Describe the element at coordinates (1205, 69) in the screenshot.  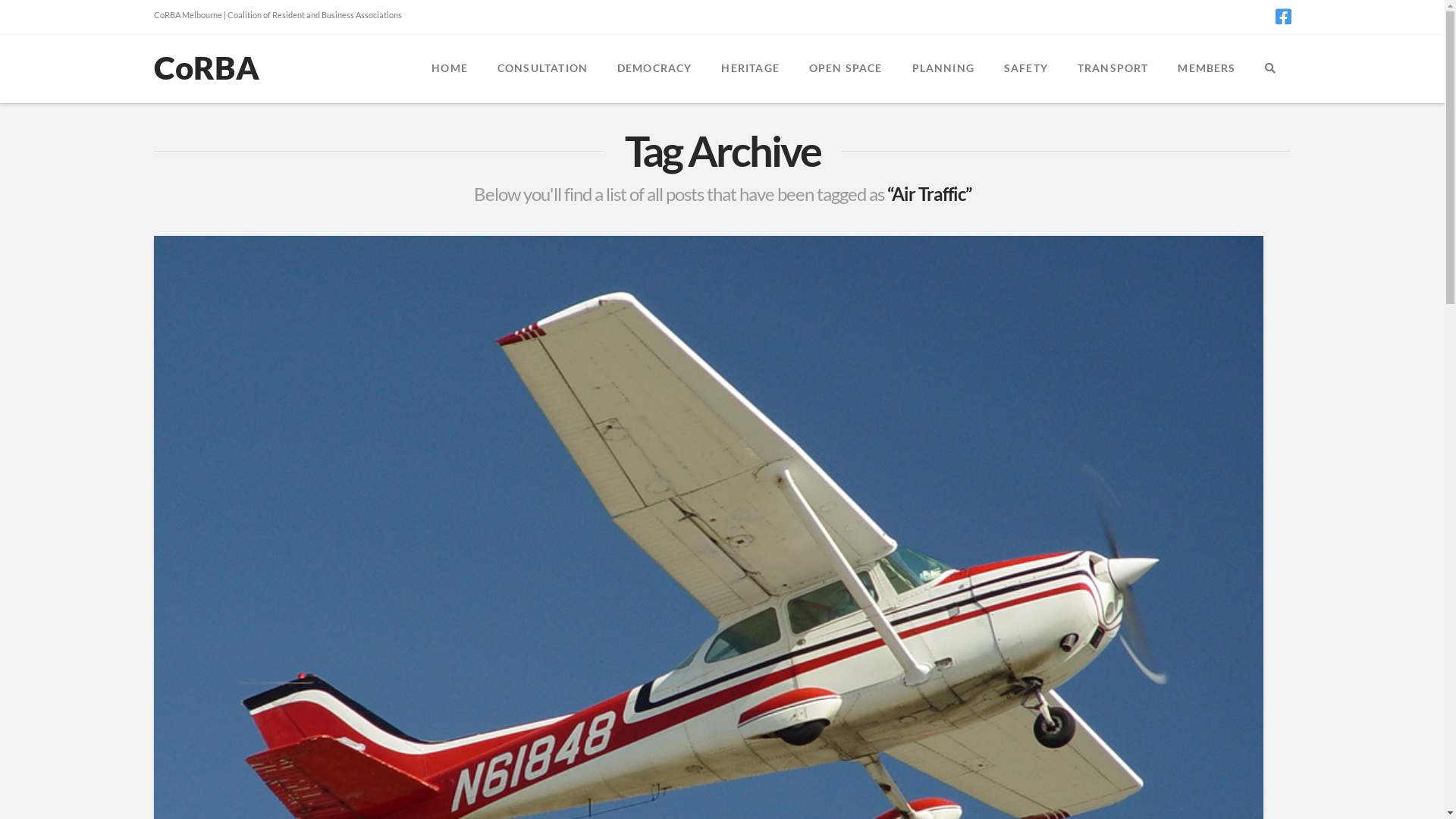
I see `'MEMBERS'` at that location.